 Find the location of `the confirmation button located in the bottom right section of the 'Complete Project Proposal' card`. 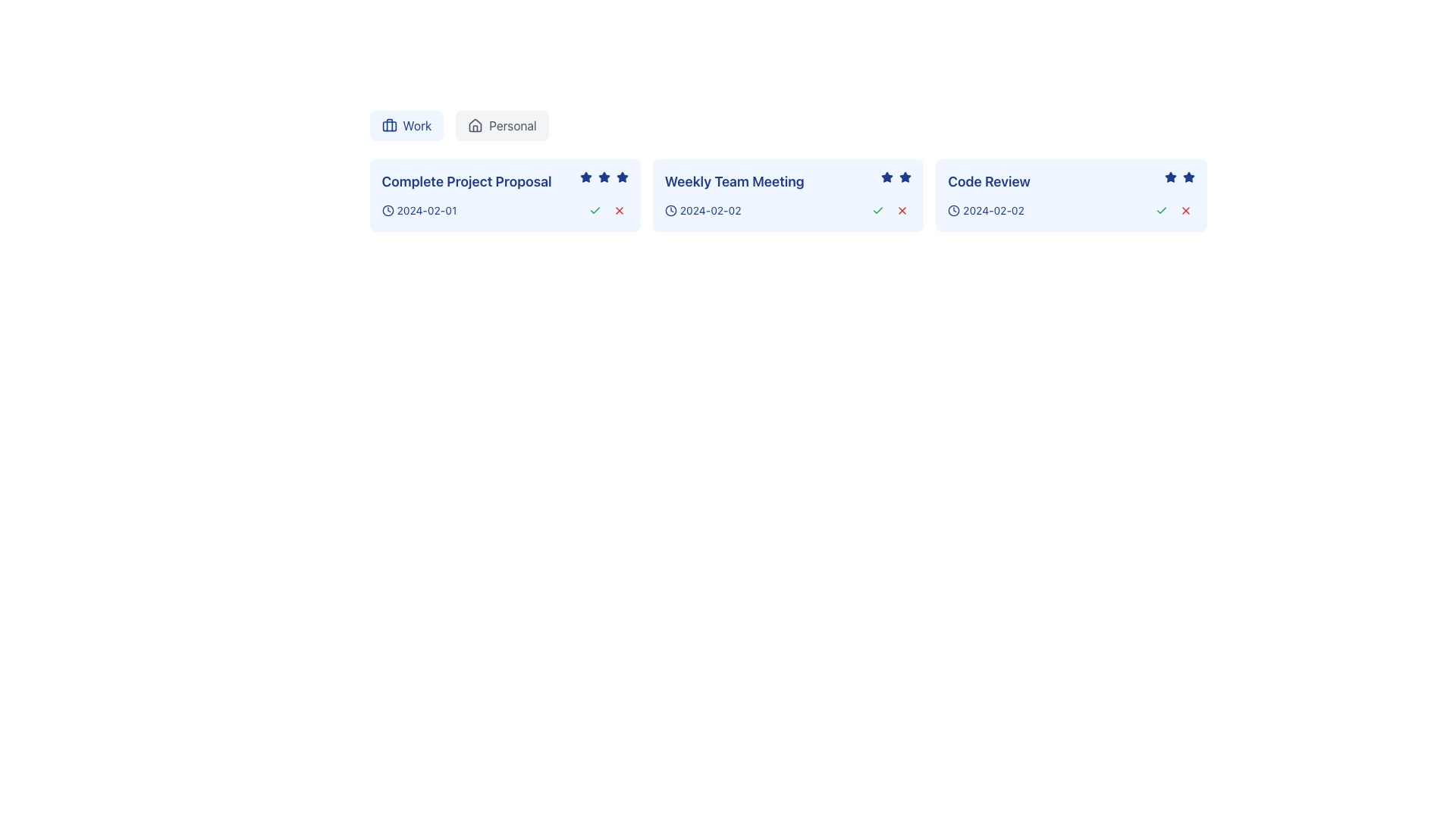

the confirmation button located in the bottom right section of the 'Complete Project Proposal' card is located at coordinates (594, 210).